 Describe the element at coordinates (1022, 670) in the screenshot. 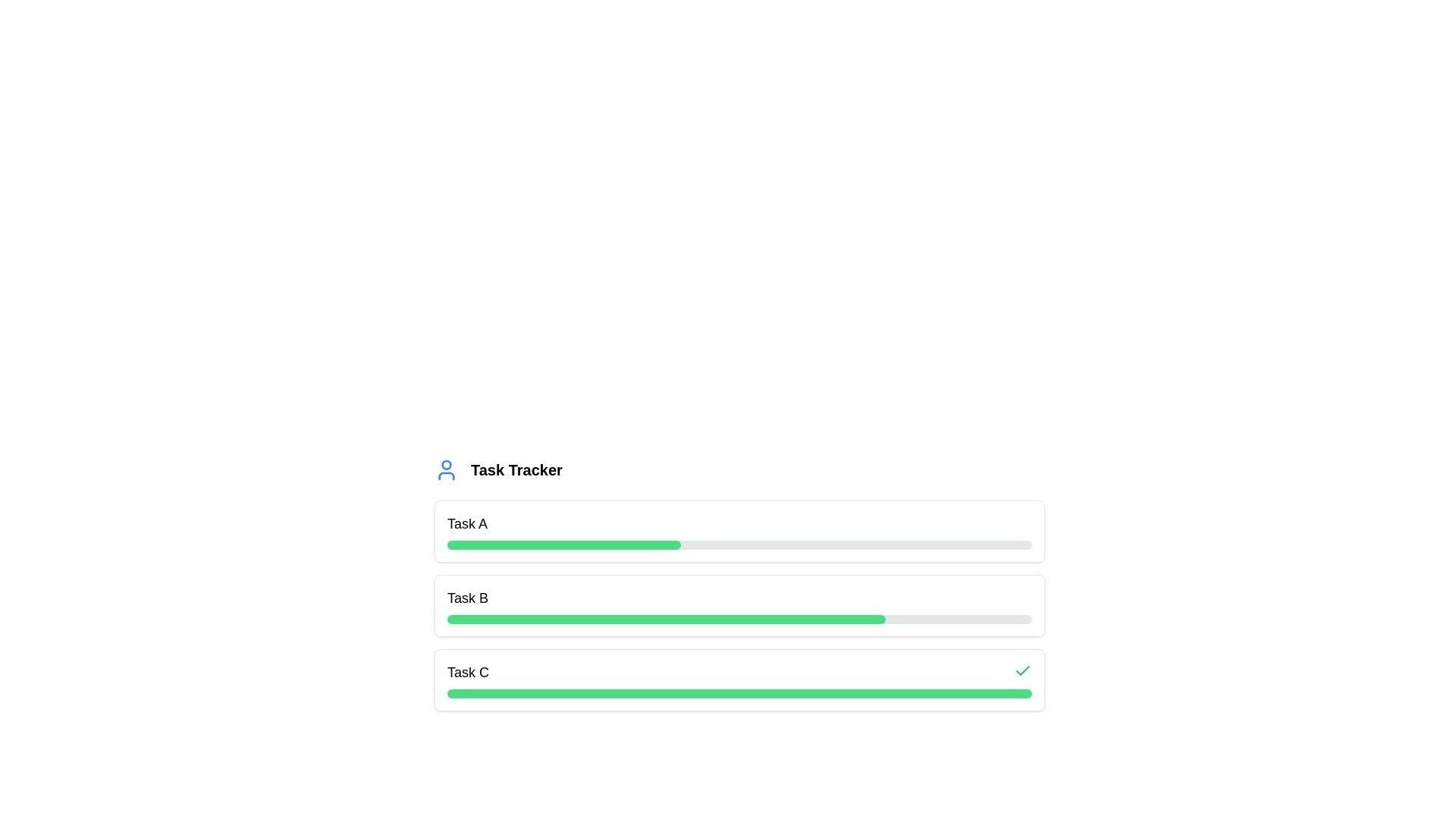

I see `the green checkmark icon that signifies completion or success, located to the far right within the row labeled 'Task C', aligned centrally with the row` at that location.